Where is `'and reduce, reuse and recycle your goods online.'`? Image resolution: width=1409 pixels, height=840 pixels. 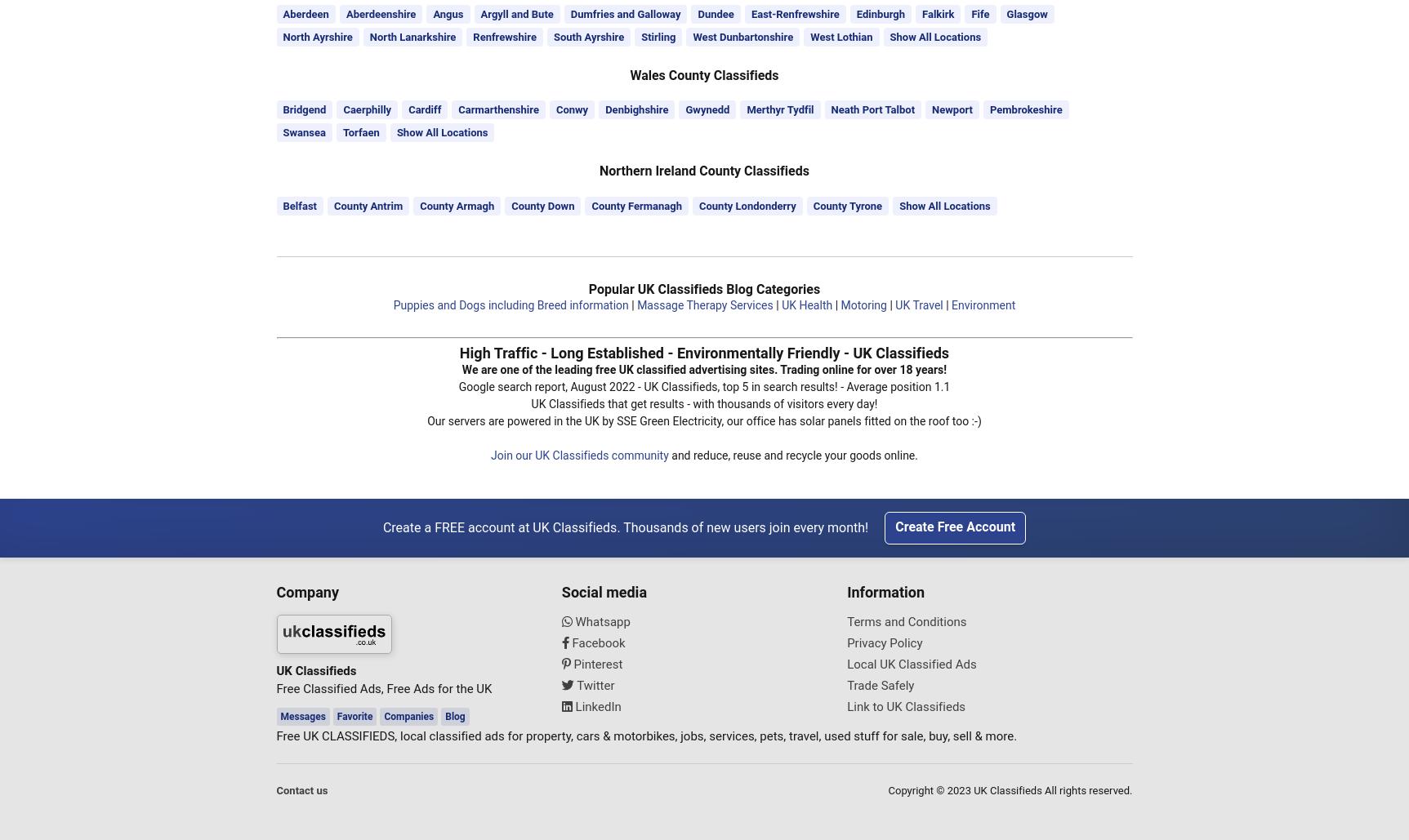
'and reduce, reuse and recycle your goods online.' is located at coordinates (792, 452).